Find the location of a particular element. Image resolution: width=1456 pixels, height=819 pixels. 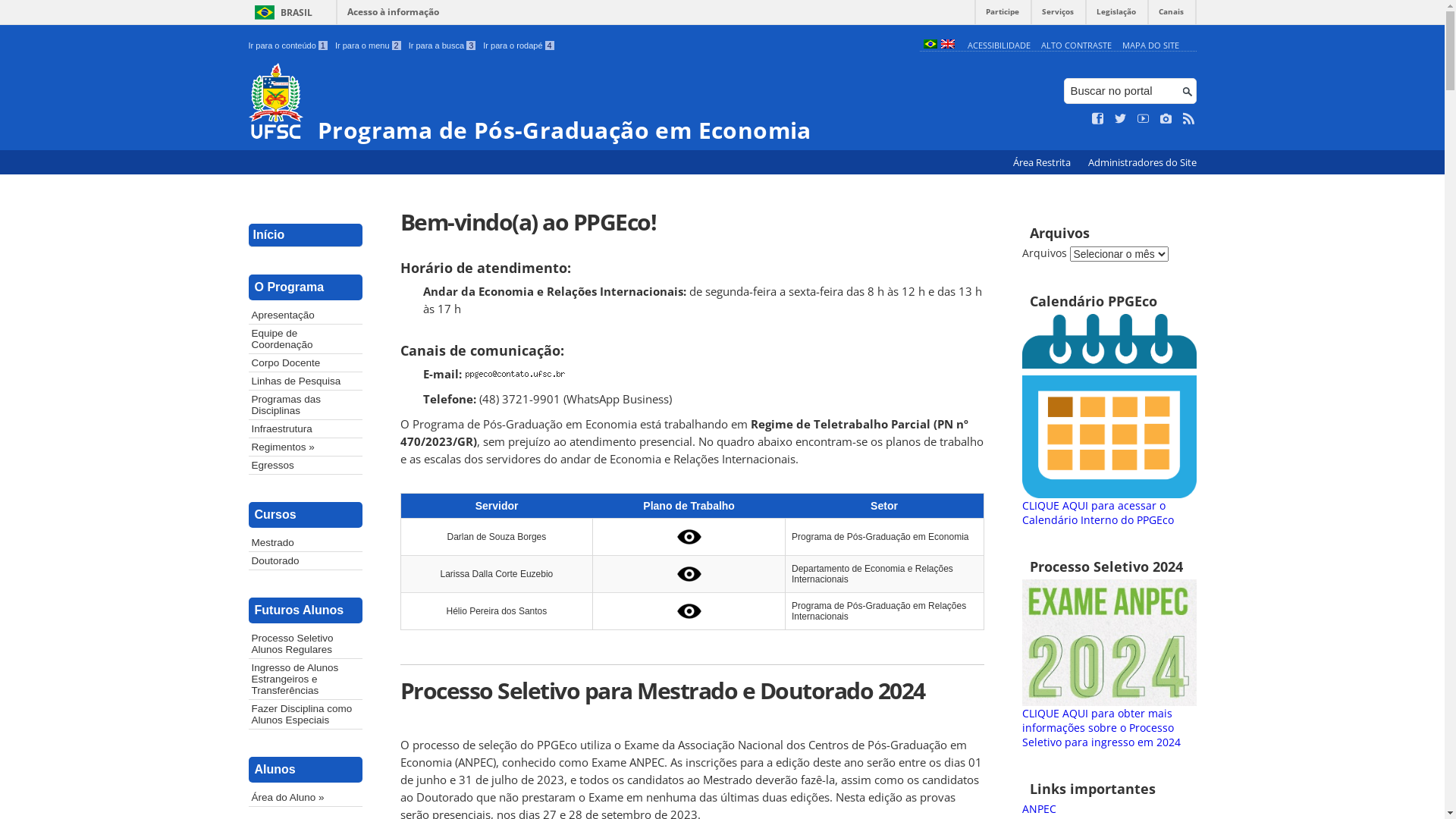

'Veja no Instagram' is located at coordinates (1165, 118).